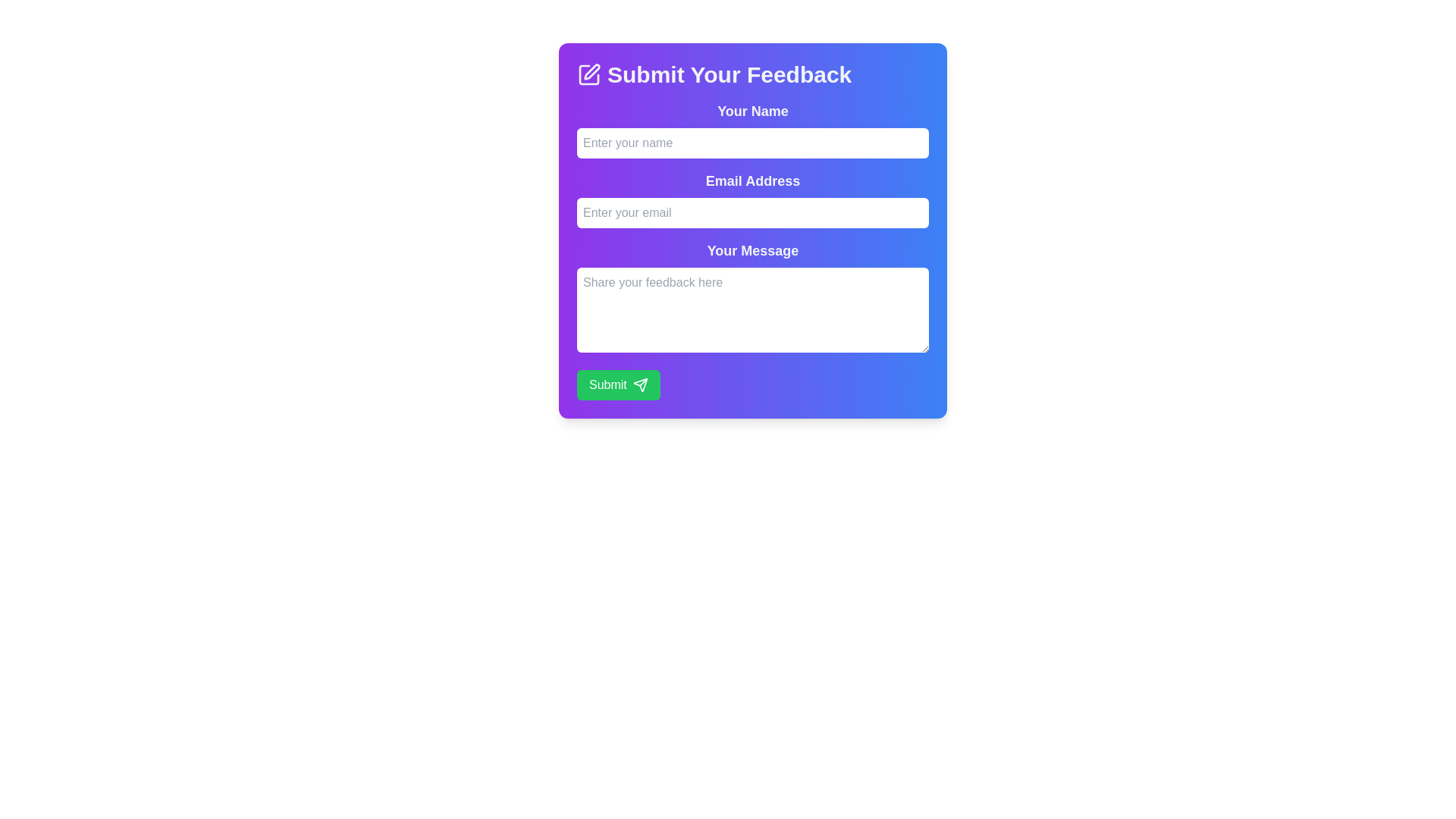 Image resolution: width=1456 pixels, height=819 pixels. Describe the element at coordinates (753, 198) in the screenshot. I see `the 'Email Address' labeled input field to focus on the input box` at that location.